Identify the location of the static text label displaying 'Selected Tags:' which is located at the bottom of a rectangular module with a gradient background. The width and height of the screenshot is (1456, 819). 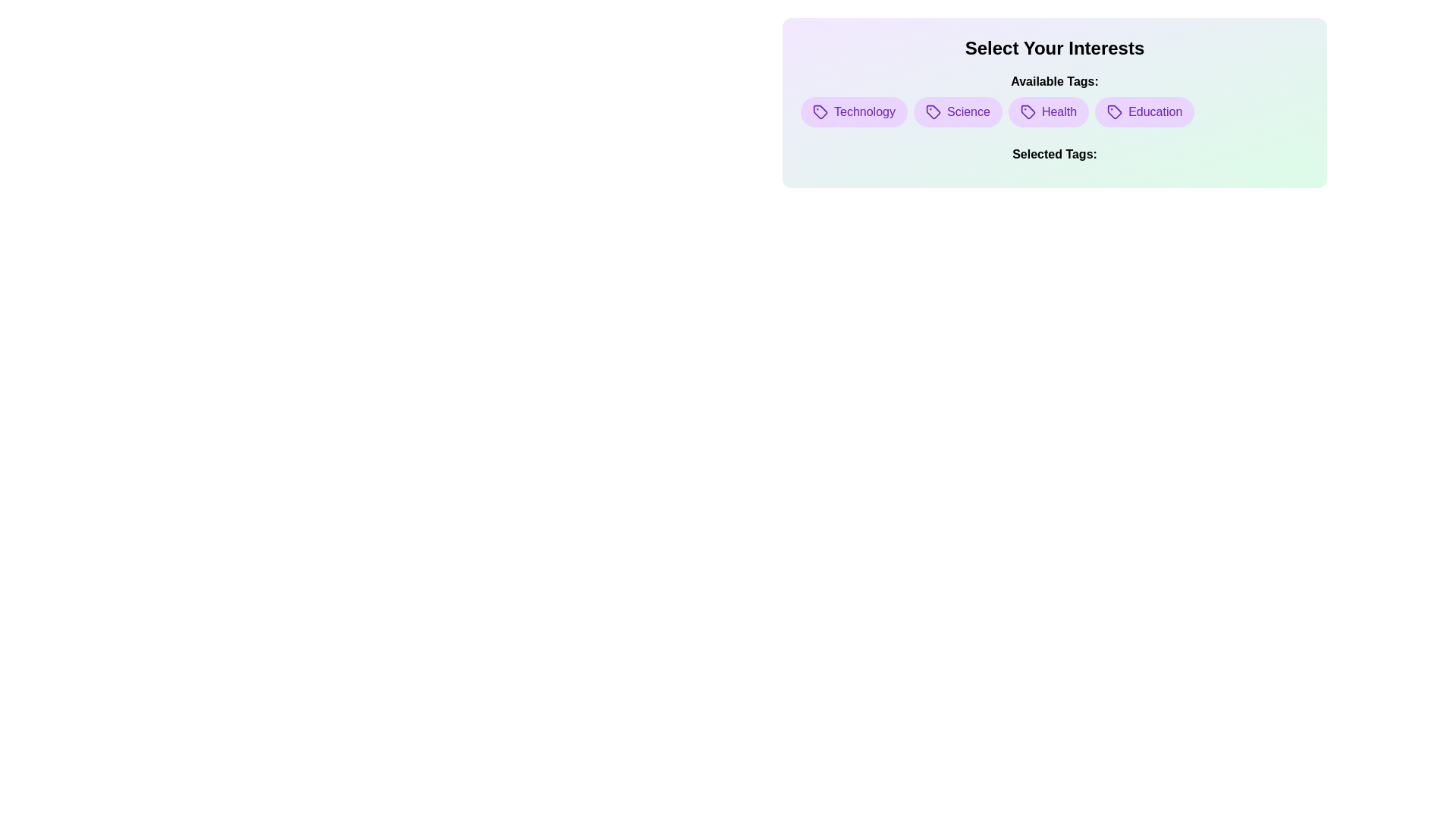
(1054, 158).